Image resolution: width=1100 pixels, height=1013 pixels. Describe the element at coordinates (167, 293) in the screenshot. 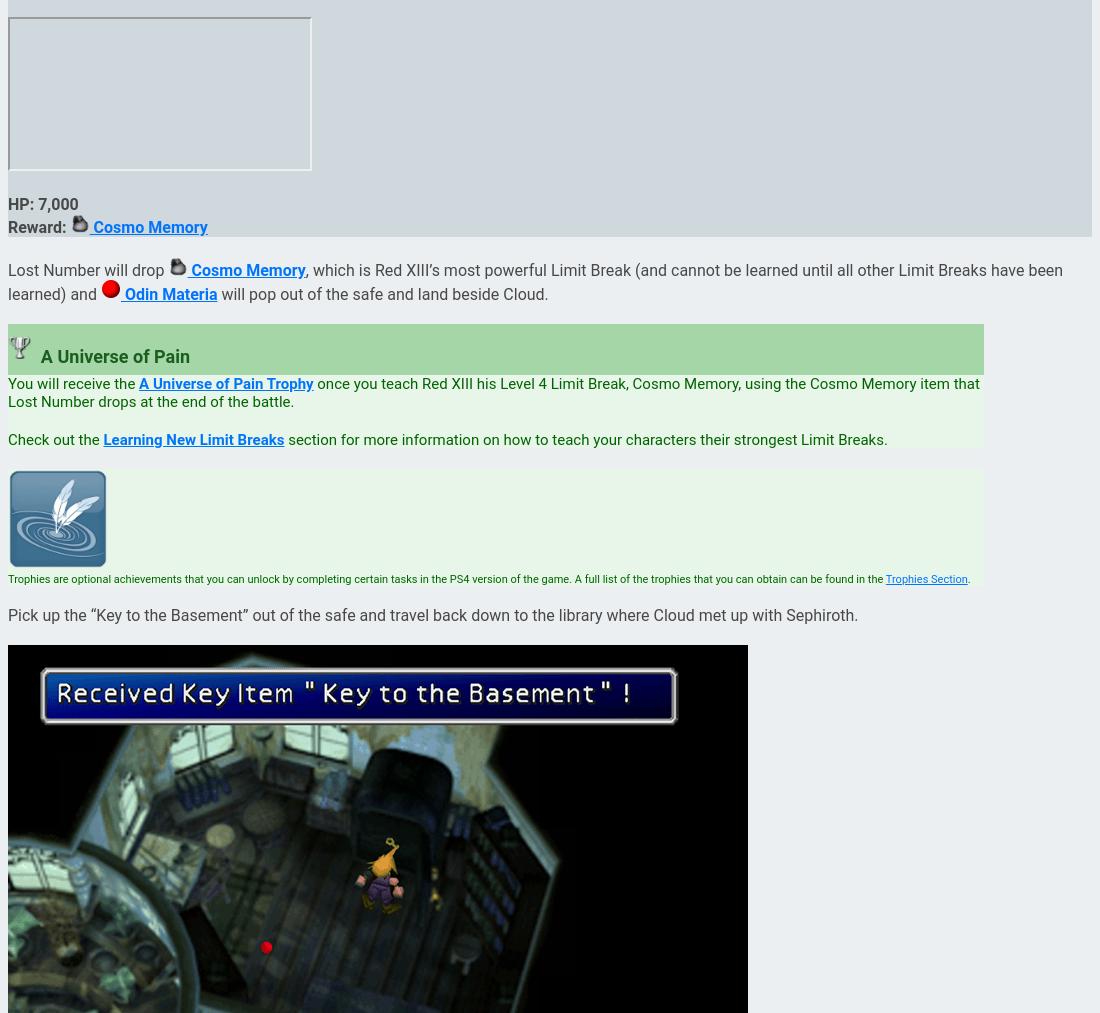

I see `'Odin Materia'` at that location.